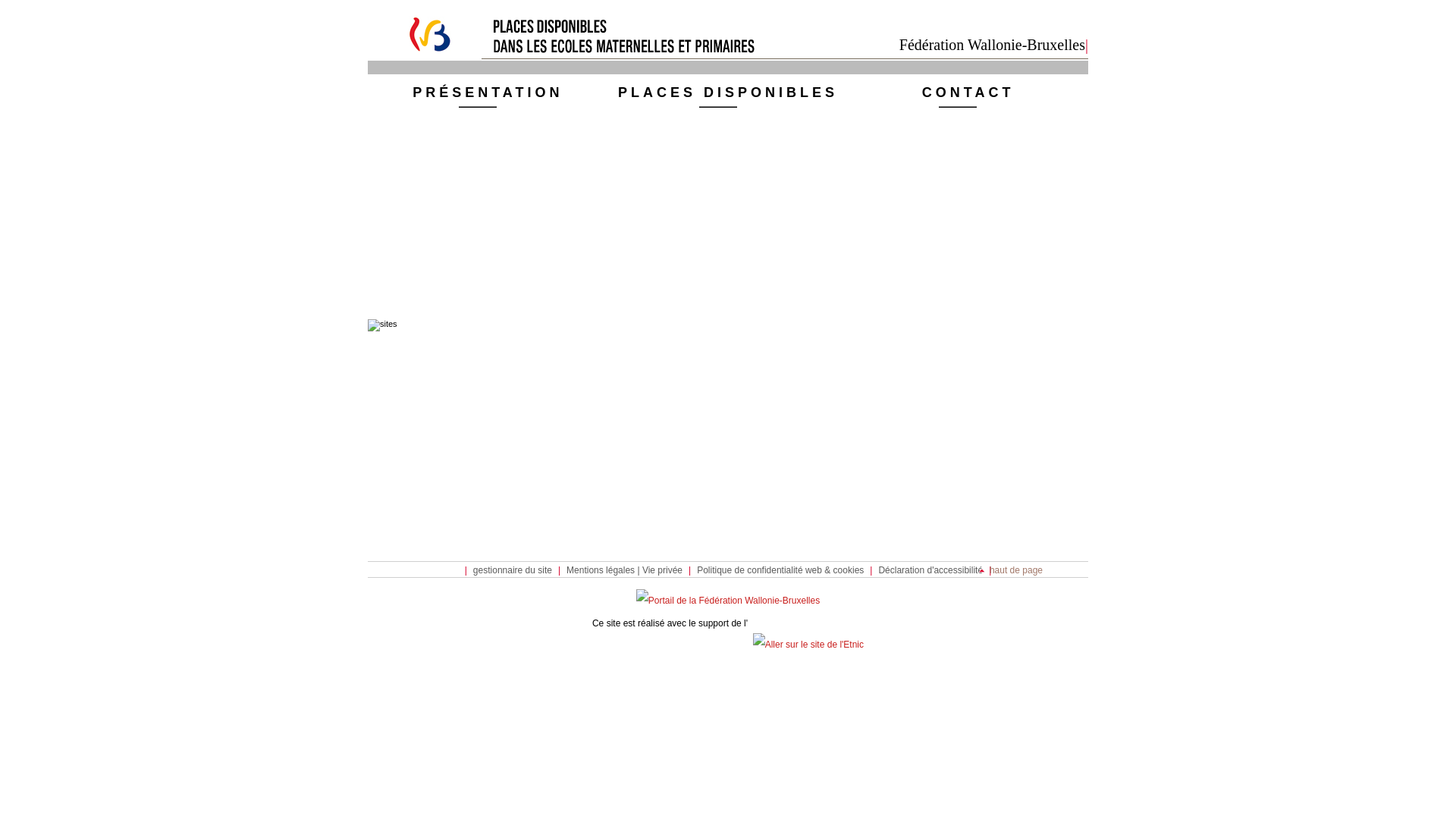  I want to click on 'CONTACT', so click(967, 96).